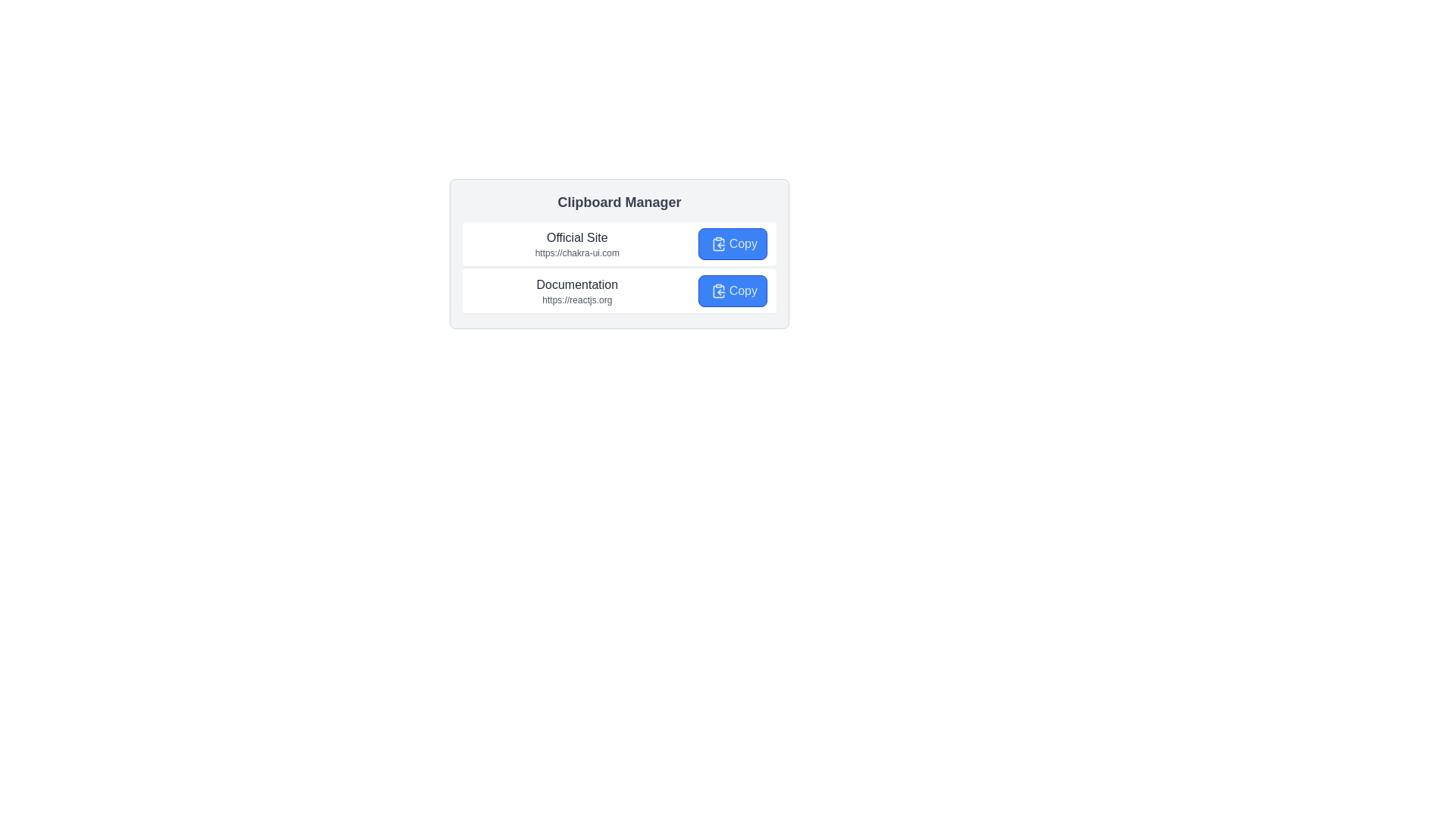 The width and height of the screenshot is (1456, 819). I want to click on the clipboard icon with a blue filled background and white outline associated with the 'Copy' button in the 'Clipboard Manager' interface for informational purposes, so click(717, 243).